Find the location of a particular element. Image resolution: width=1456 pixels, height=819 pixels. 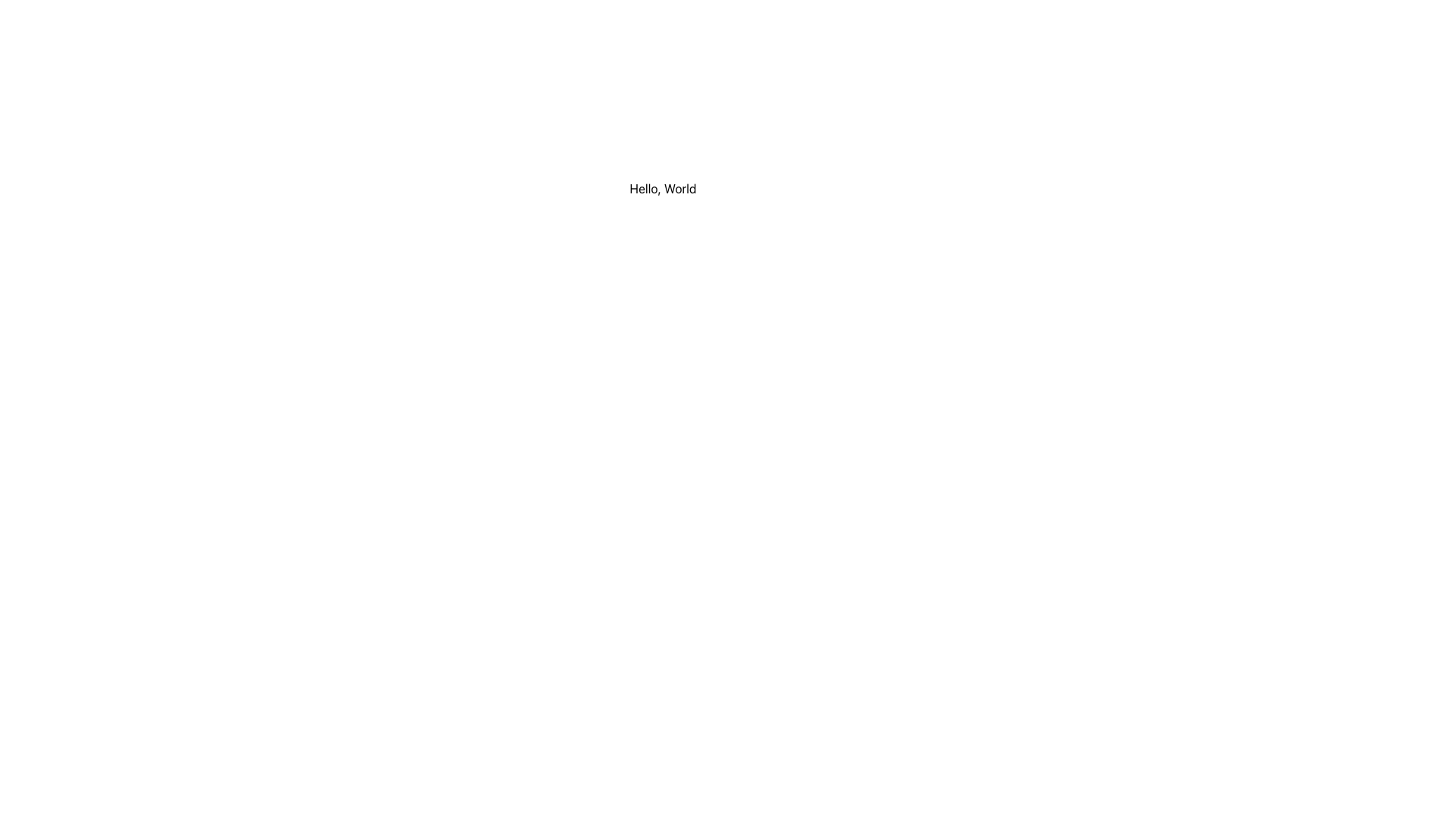

the text label displaying 'Hello, World' is located at coordinates (663, 188).